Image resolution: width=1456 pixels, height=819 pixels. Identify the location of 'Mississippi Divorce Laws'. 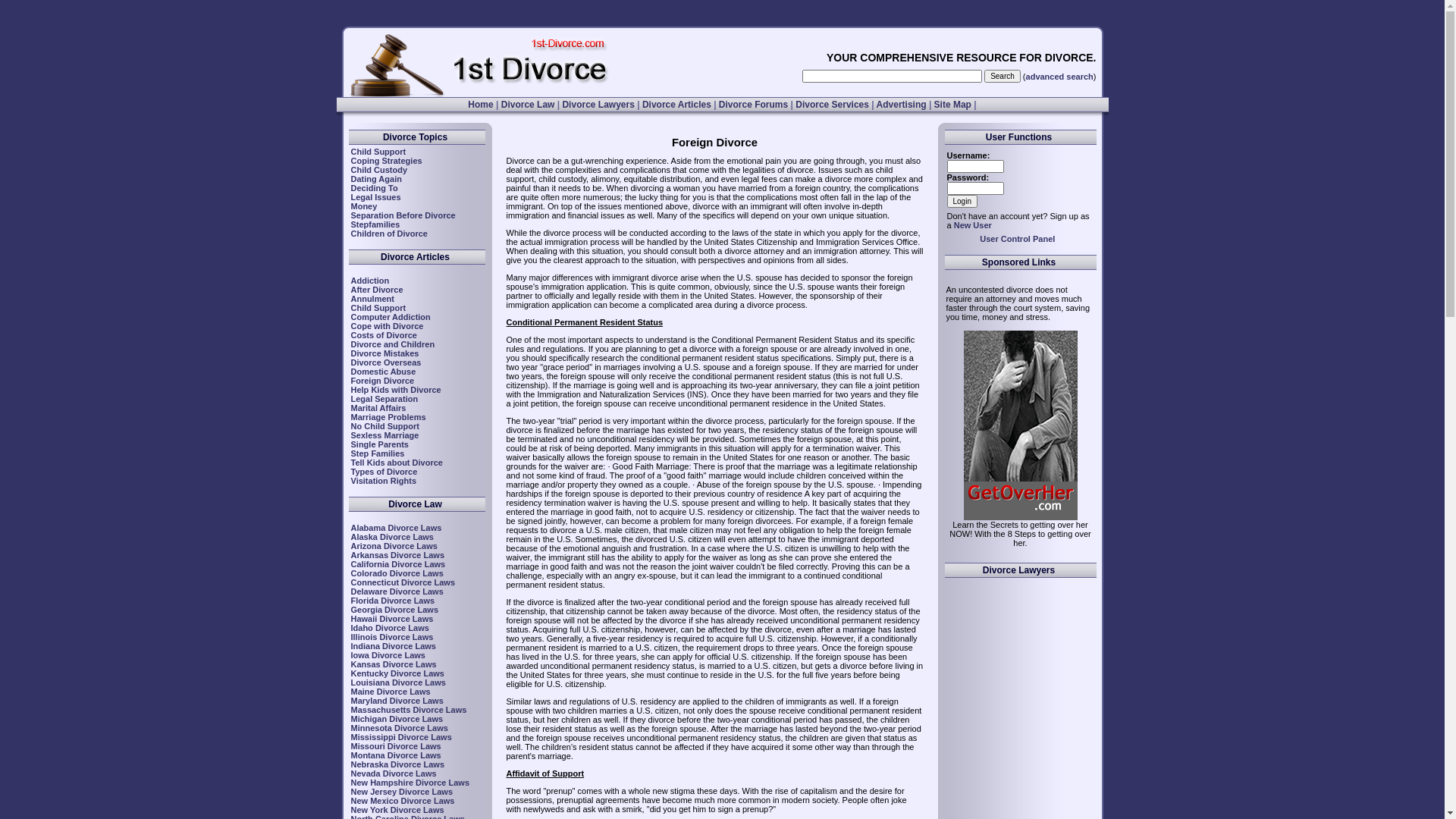
(400, 736).